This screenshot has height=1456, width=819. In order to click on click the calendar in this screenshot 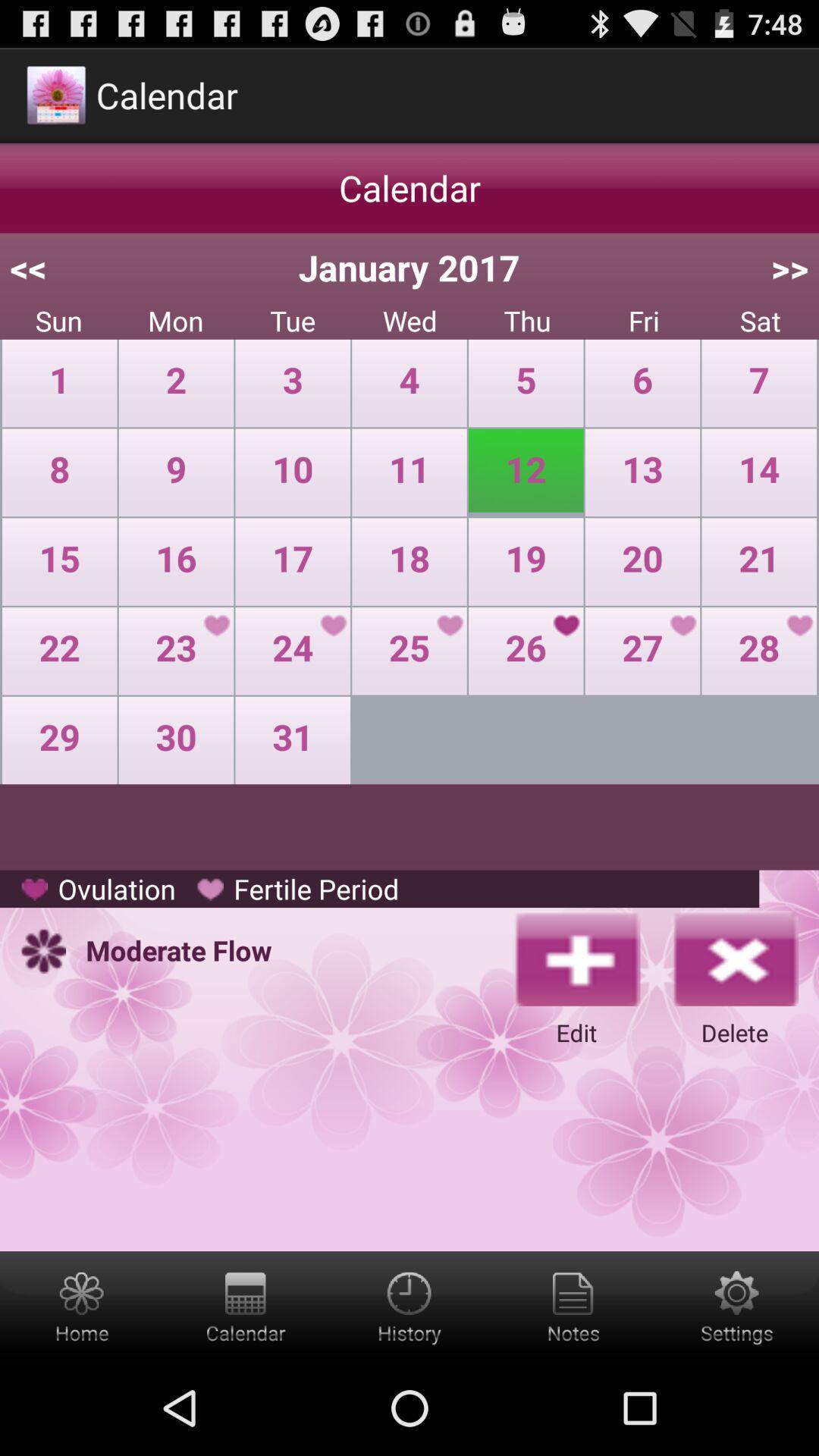, I will do `click(245, 1305)`.